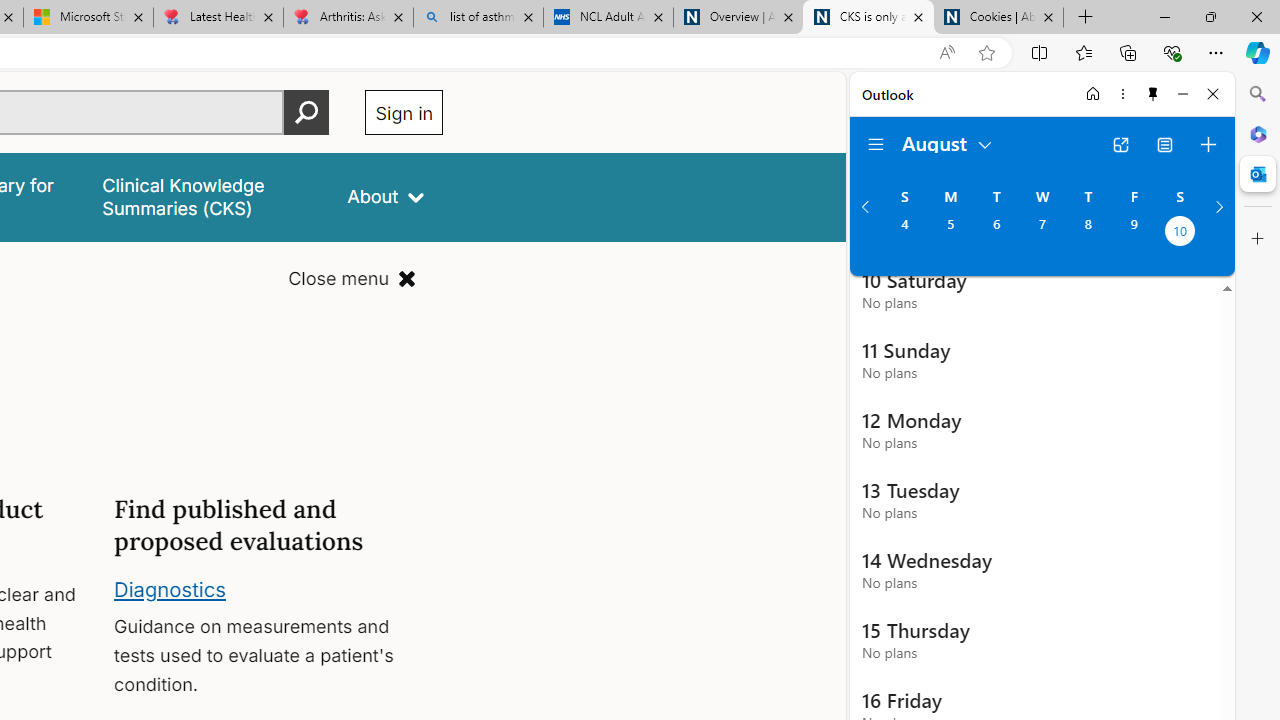 The height and width of the screenshot is (720, 1280). I want to click on 'Open in new tab', so click(1120, 144).